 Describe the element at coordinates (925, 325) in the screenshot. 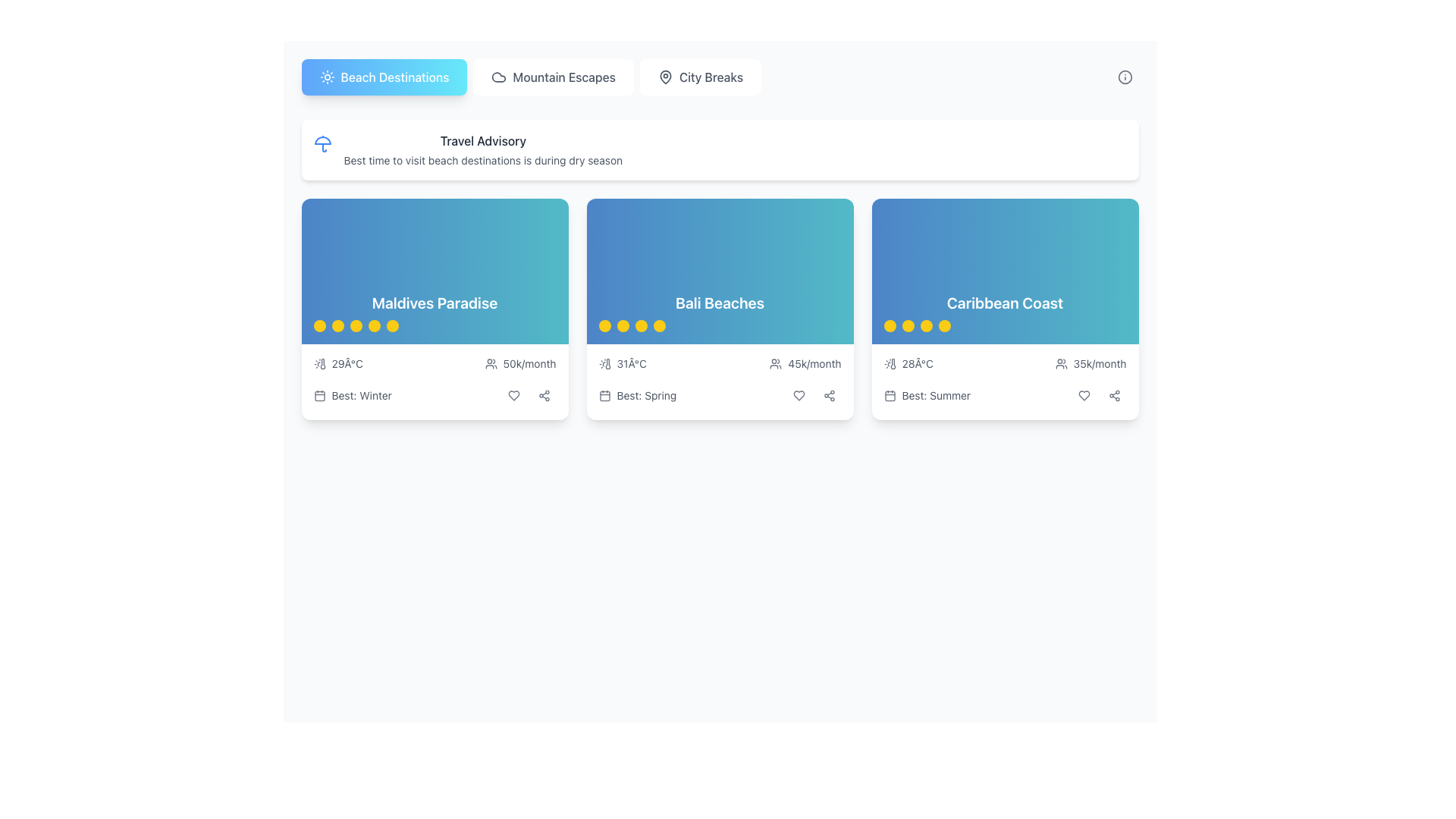

I see `the third circular icon representing a rating star, which is located below the heading 'Caribbean Coast' in the rightmost card of three cards` at that location.